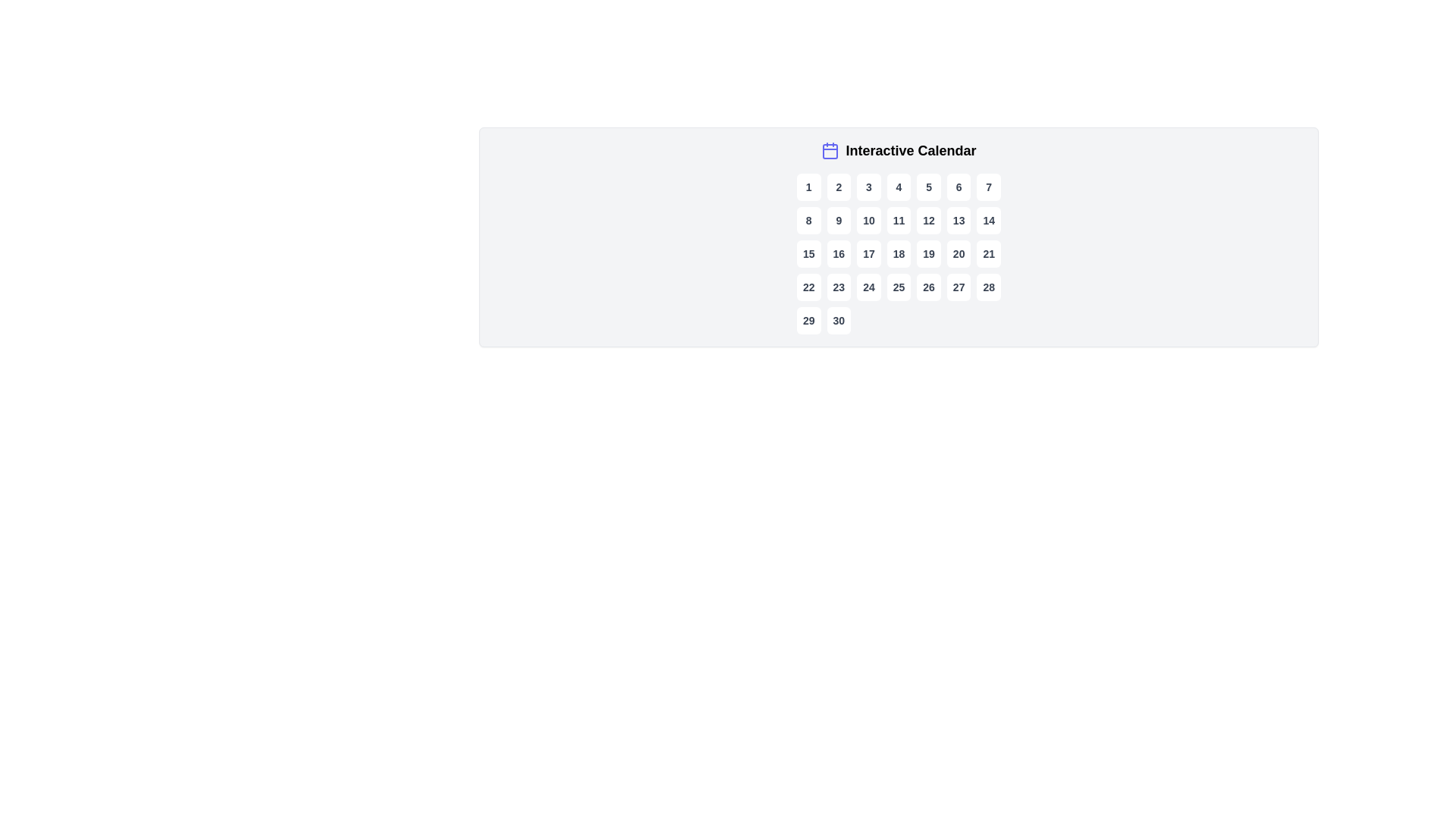 Image resolution: width=1456 pixels, height=819 pixels. I want to click on the selectable date button in the interactive calendar, which is the third item in the third row of a seven-column grid layout, so click(868, 253).